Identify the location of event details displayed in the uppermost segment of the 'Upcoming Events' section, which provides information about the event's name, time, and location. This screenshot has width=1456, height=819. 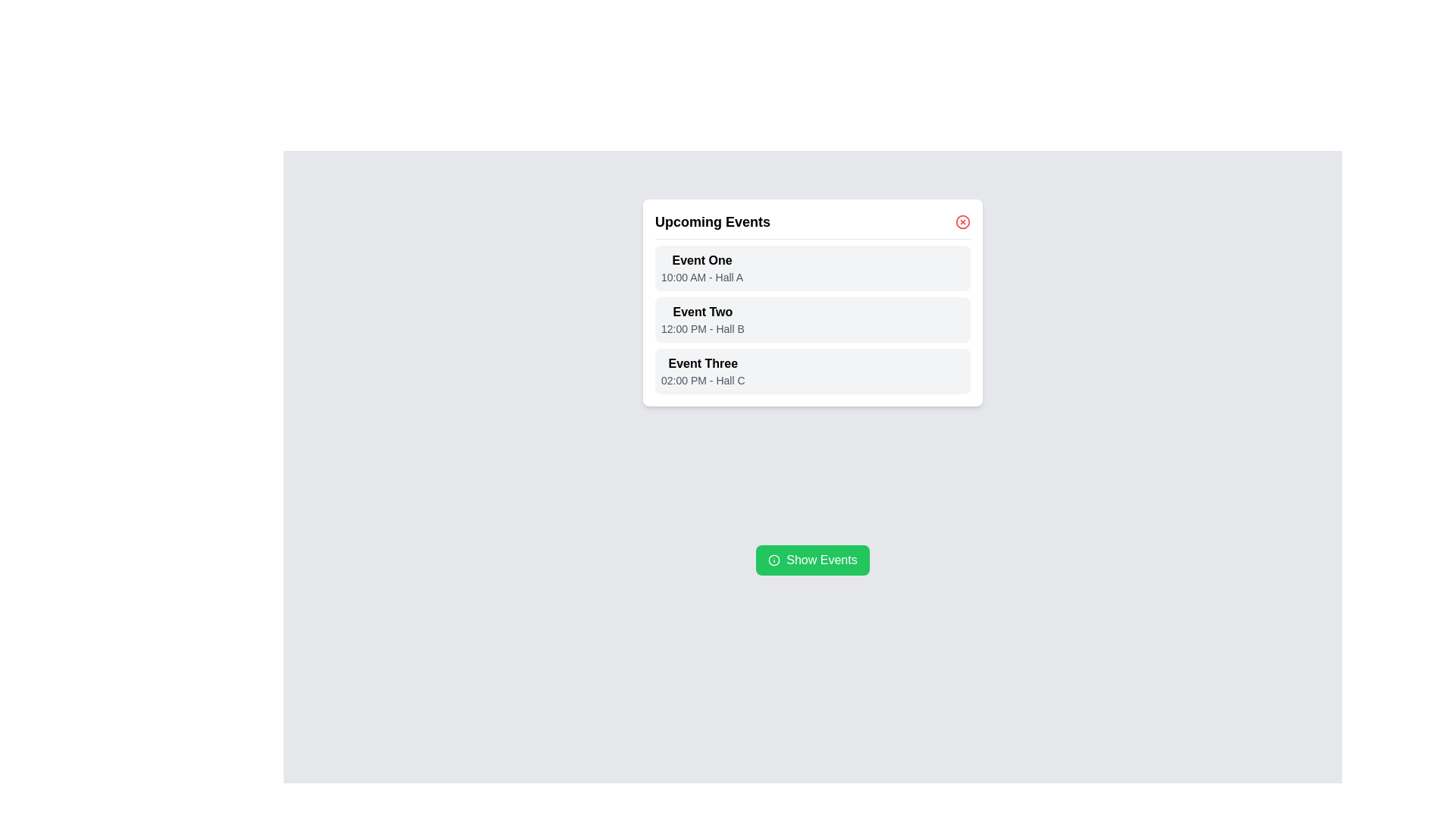
(701, 268).